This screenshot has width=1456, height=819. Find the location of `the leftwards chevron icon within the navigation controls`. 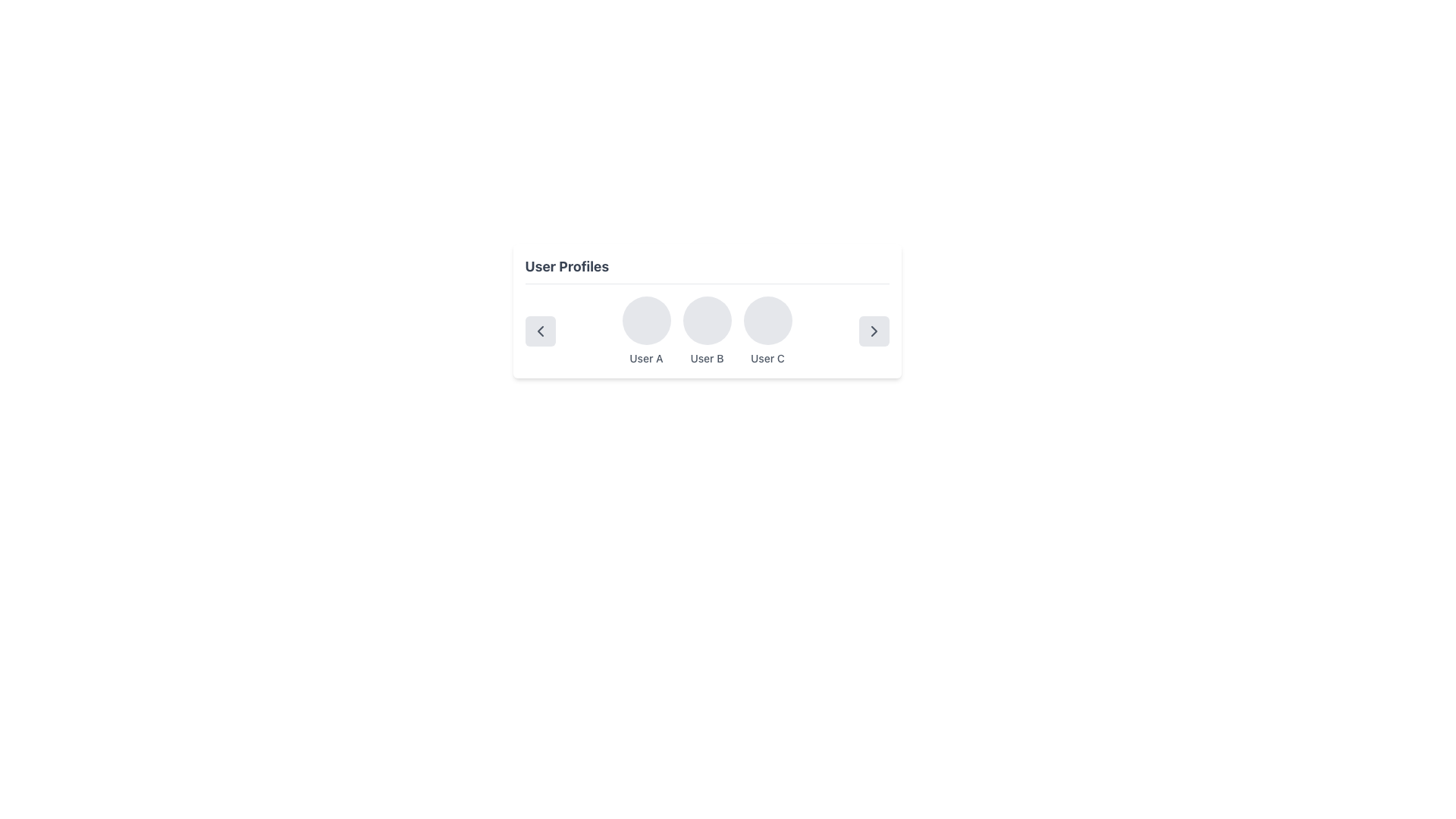

the leftwards chevron icon within the navigation controls is located at coordinates (540, 330).